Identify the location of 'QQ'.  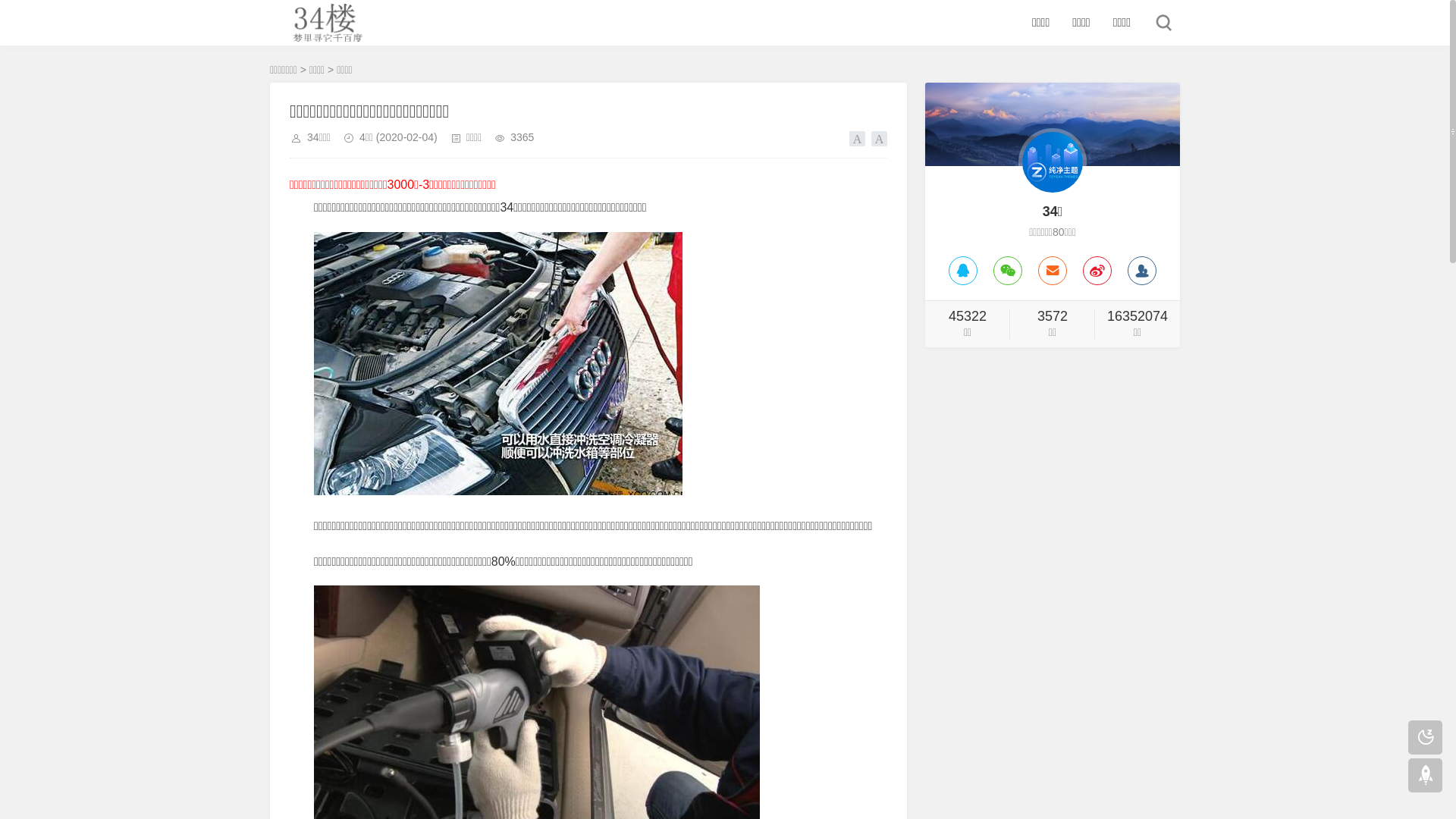
(962, 270).